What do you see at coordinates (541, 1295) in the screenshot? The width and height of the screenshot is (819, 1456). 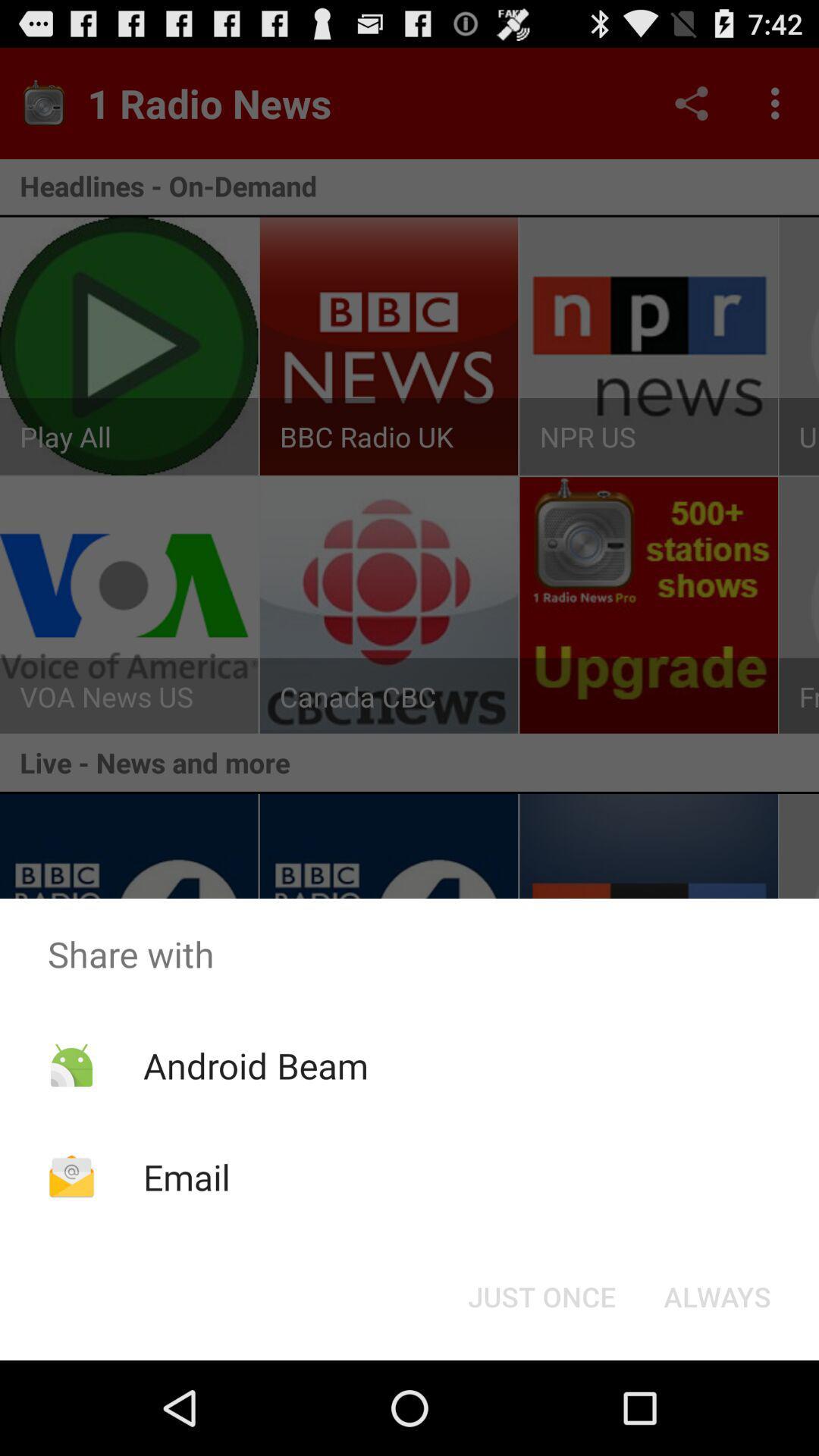 I see `the icon below the share with` at bounding box center [541, 1295].